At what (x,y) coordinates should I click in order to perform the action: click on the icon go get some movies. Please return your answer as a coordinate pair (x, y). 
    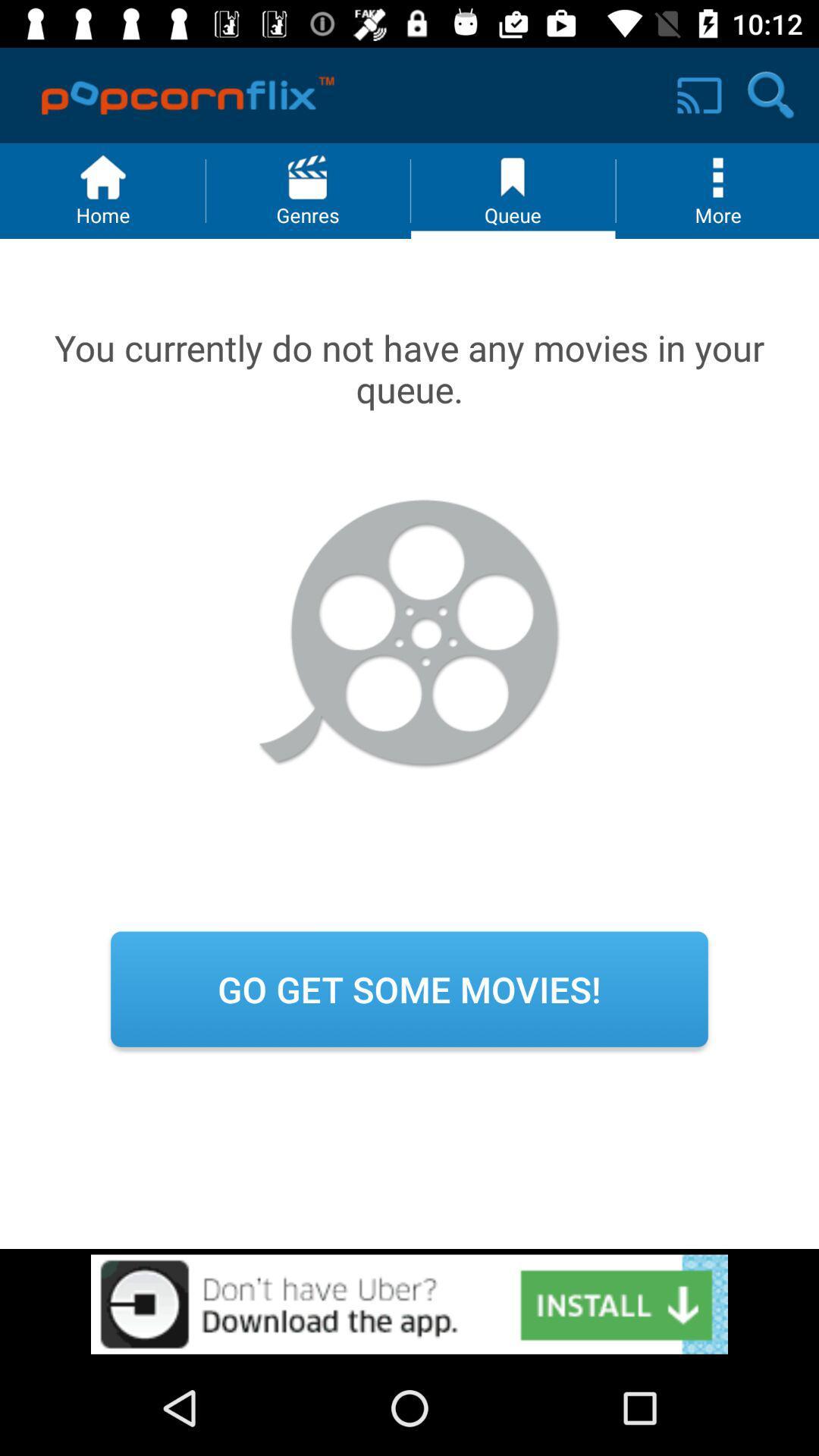
    Looking at the image, I should click on (409, 990).